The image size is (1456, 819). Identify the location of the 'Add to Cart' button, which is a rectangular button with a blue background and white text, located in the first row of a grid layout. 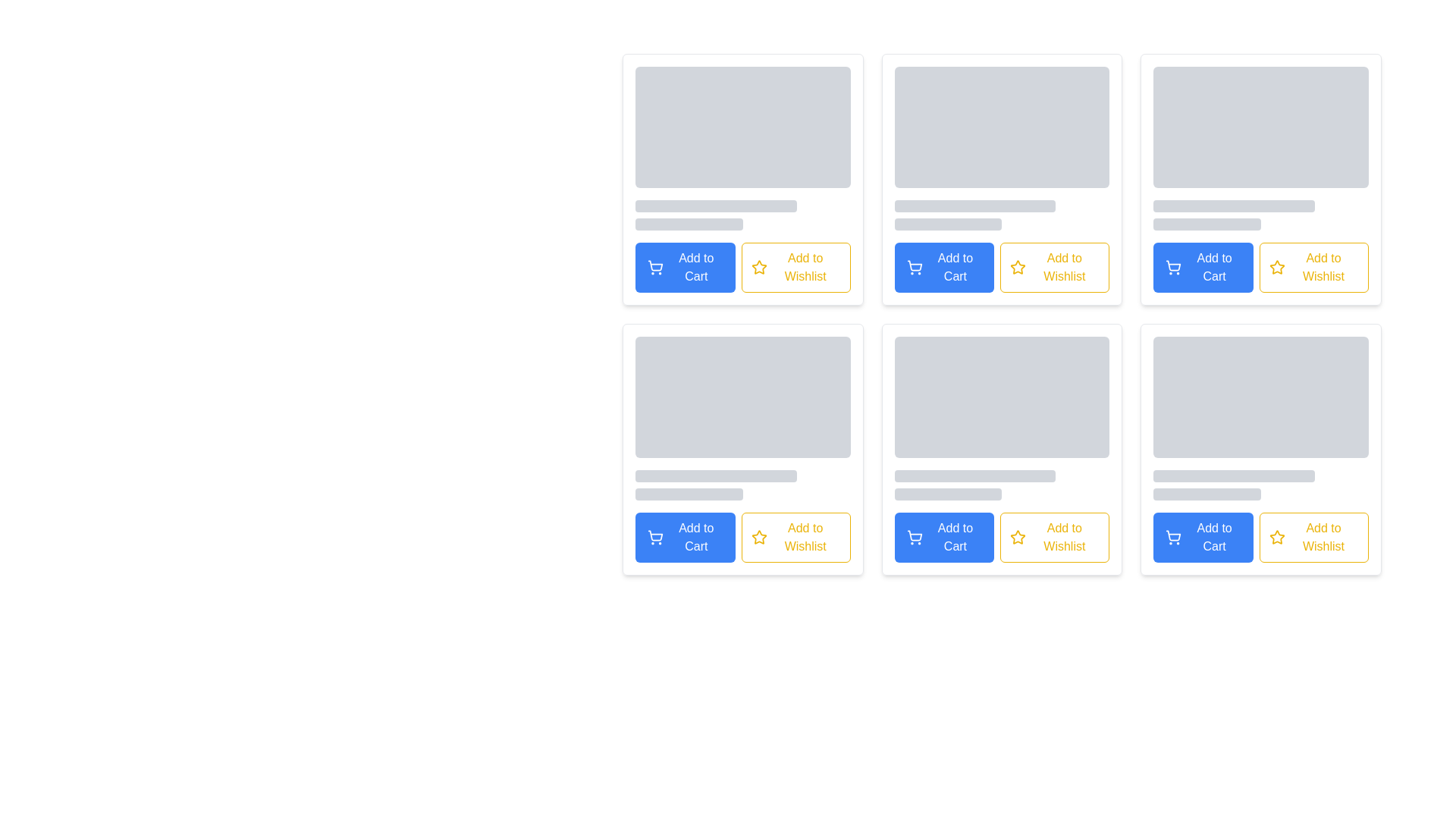
(943, 267).